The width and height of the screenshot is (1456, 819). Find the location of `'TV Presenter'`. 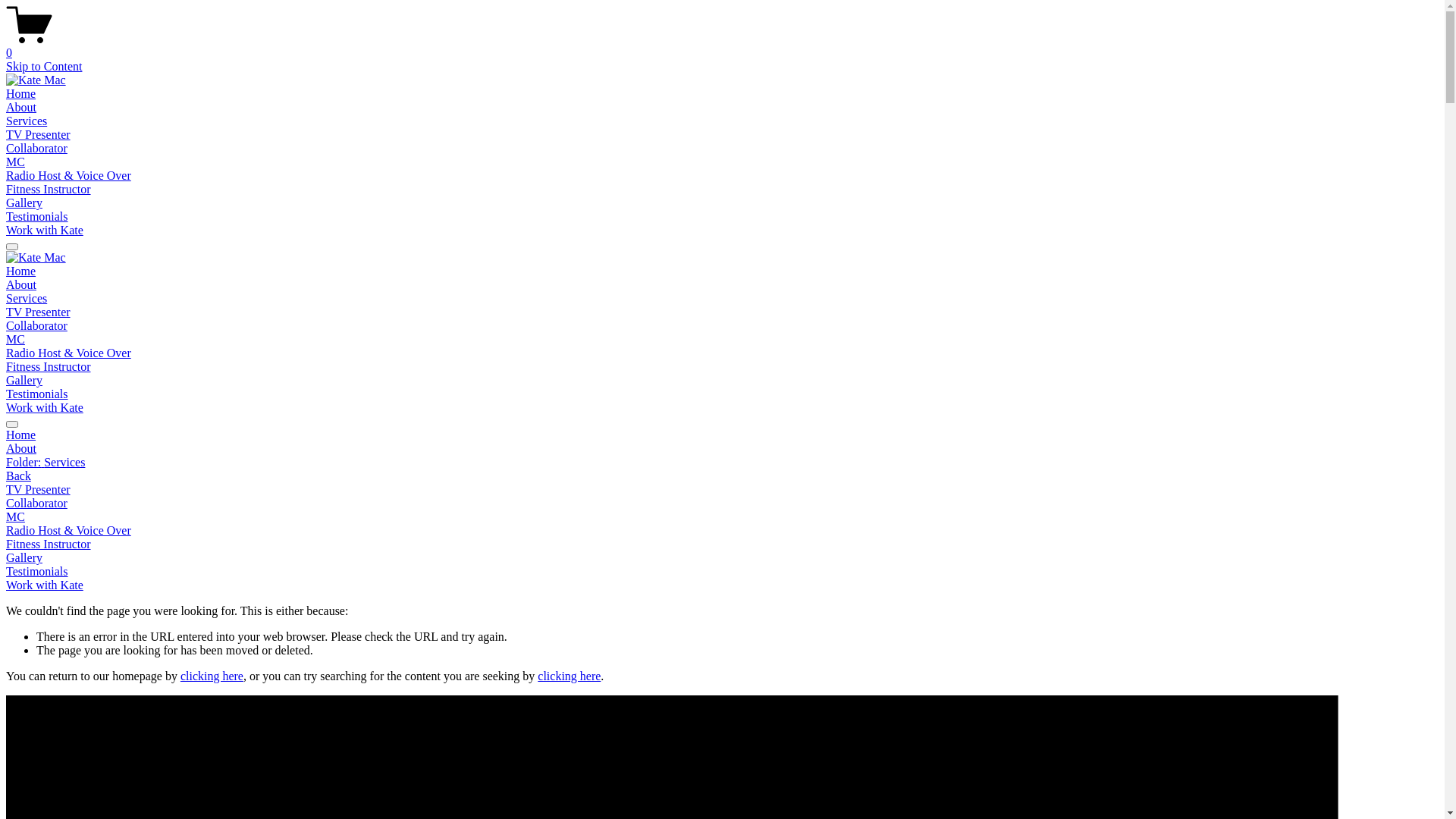

'TV Presenter' is located at coordinates (38, 311).